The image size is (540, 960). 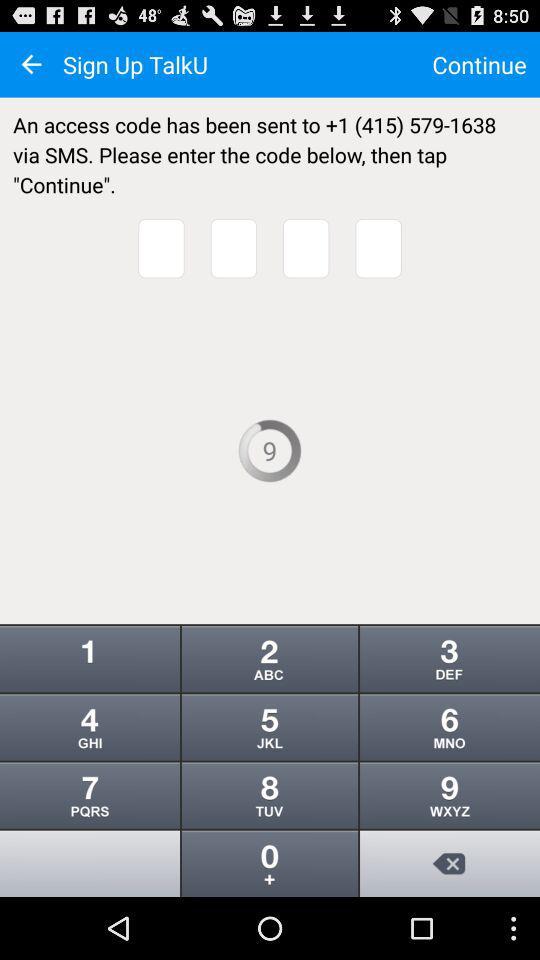 I want to click on the more icon, so click(x=270, y=850).